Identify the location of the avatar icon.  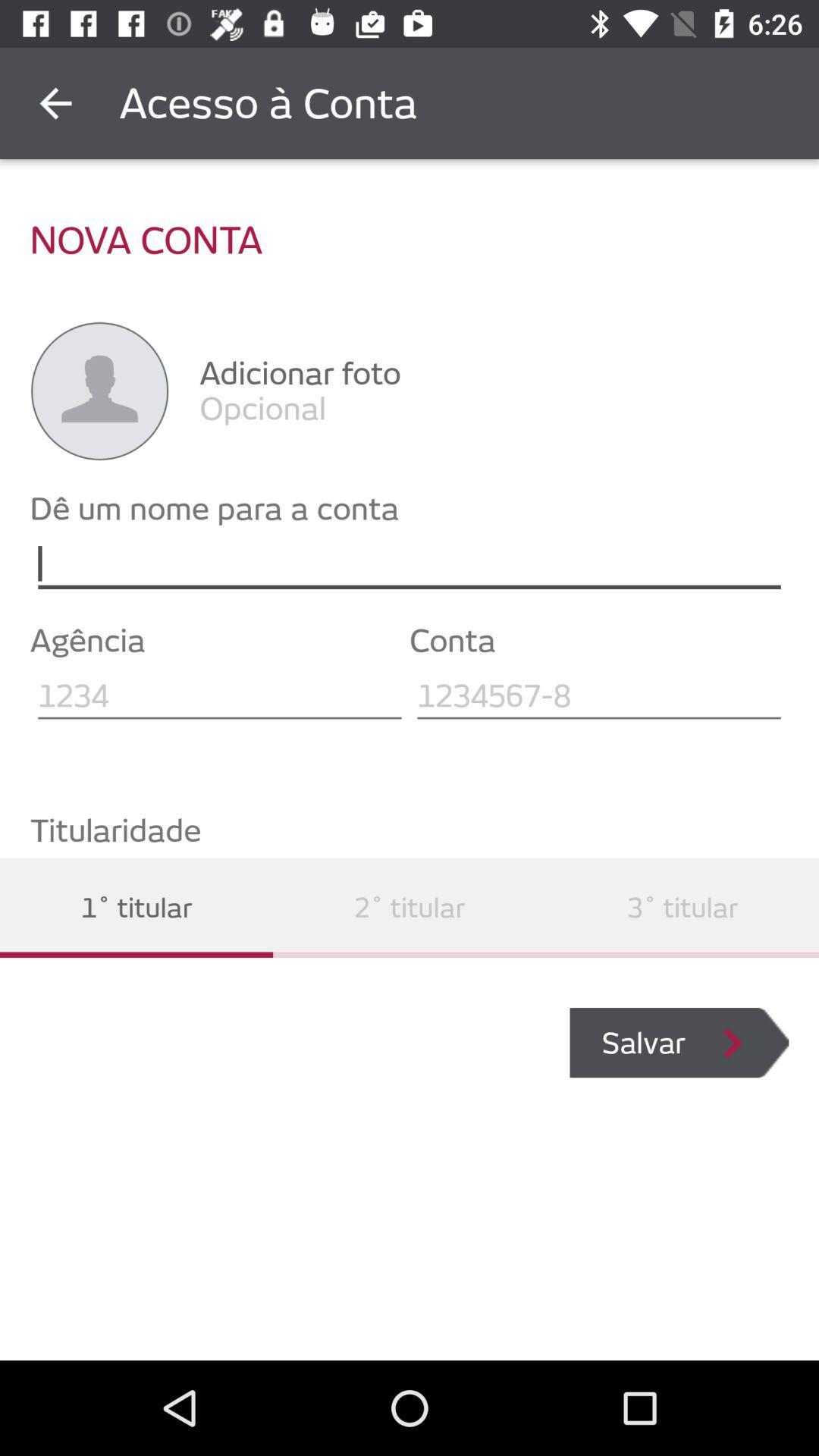
(99, 391).